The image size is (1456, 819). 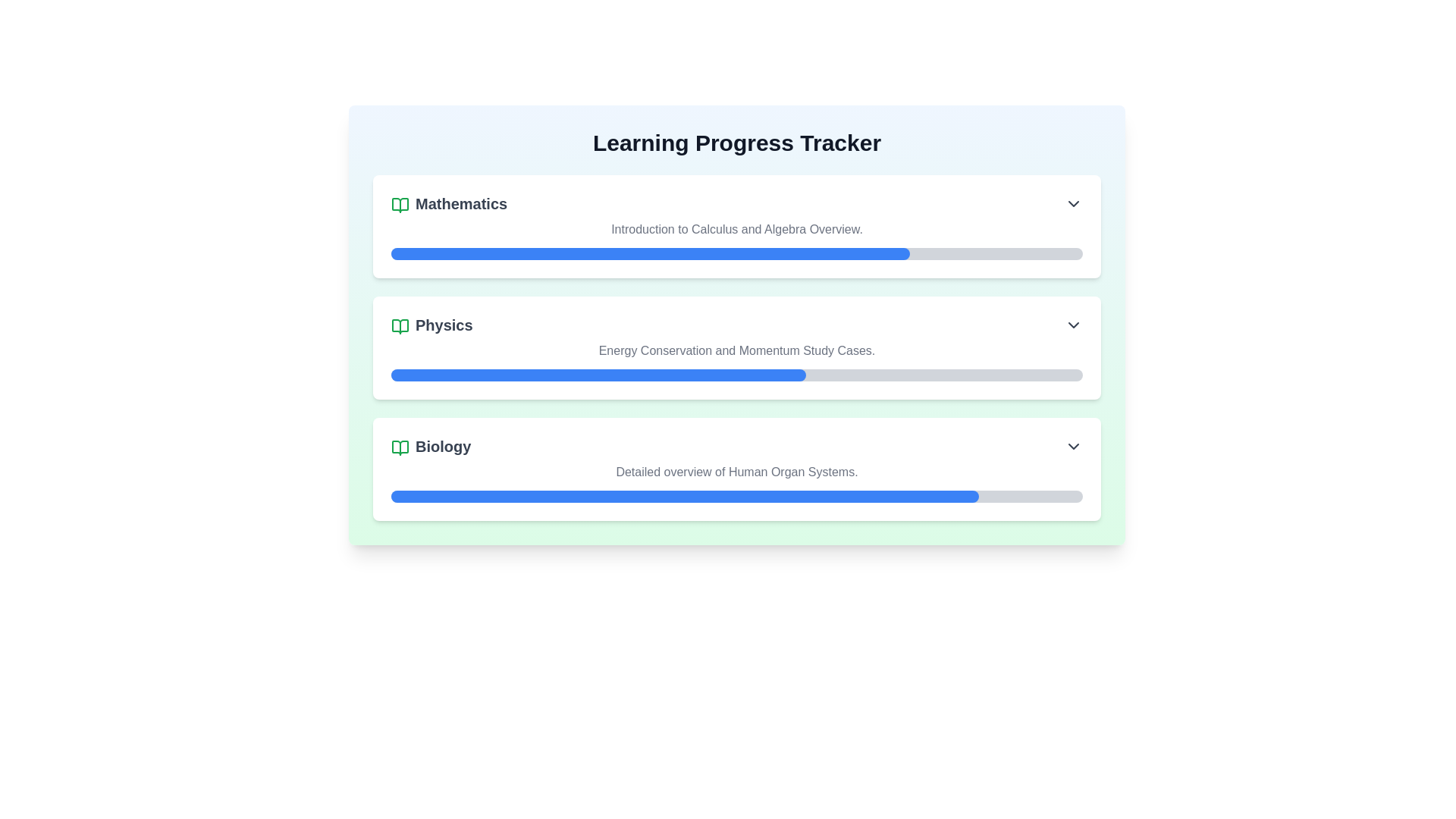 What do you see at coordinates (448, 203) in the screenshot?
I see `the text label component that identifies the subject 'Mathematics', located in the top section of the list-like layout` at bounding box center [448, 203].